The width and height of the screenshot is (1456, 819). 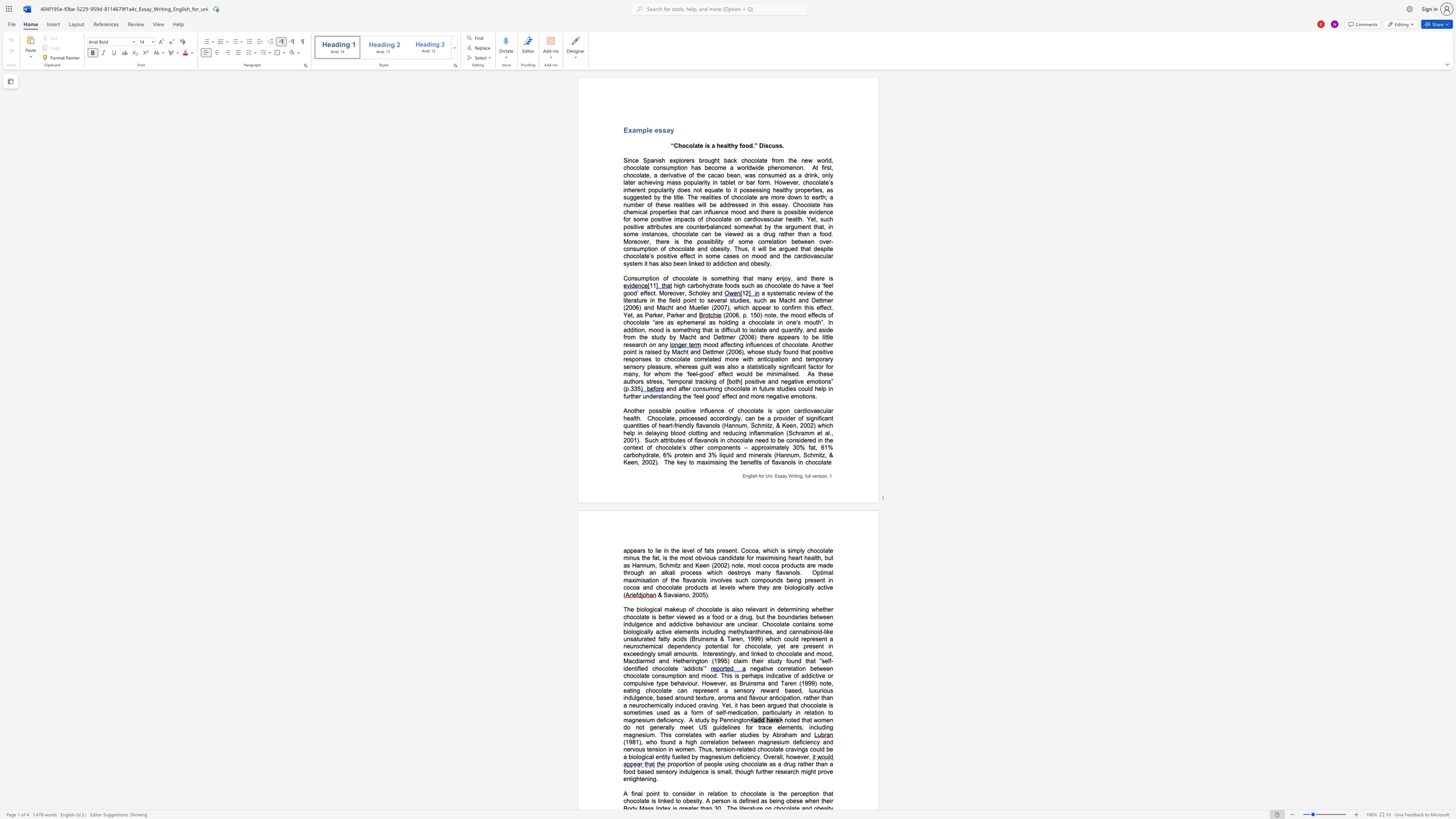 I want to click on the subset text "ove enligh" within the text "proportion of people using chocolate as a drug rather than a food based sensory indulgence is small, though further research might prove enlightening.", so click(x=823, y=771).